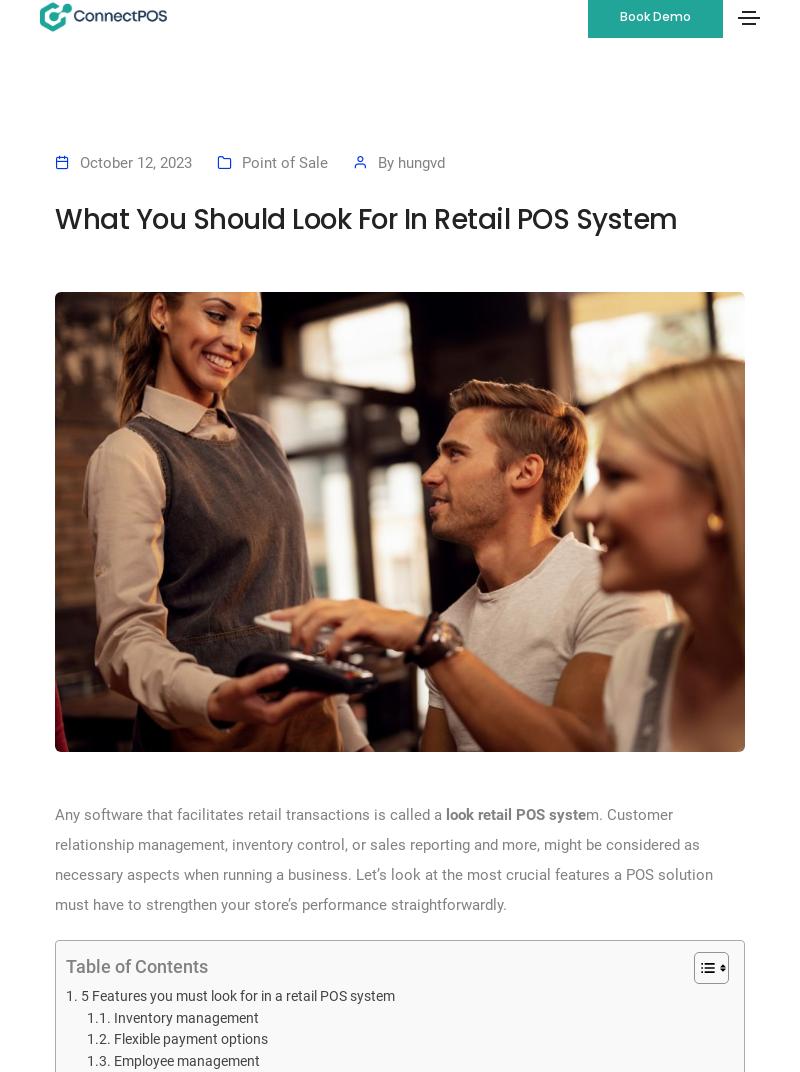 This screenshot has height=1072, width=800. Describe the element at coordinates (191, 1038) in the screenshot. I see `'Flexible payment options'` at that location.